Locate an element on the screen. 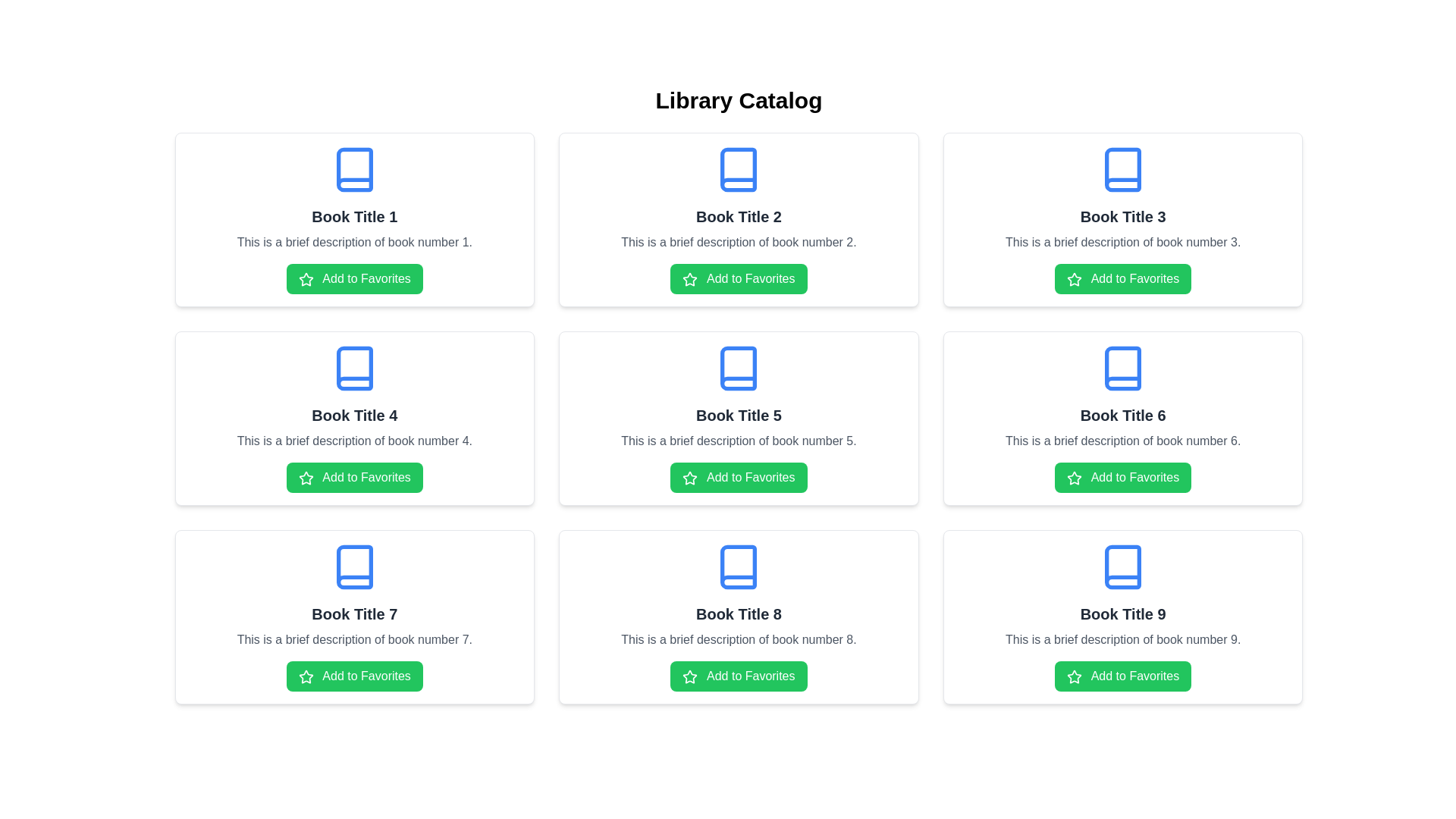 Image resolution: width=1456 pixels, height=819 pixels. the descriptive text element providing information about 'Book Title 8', which is located beneath the title and above the 'Add to Favorites' button is located at coordinates (739, 640).